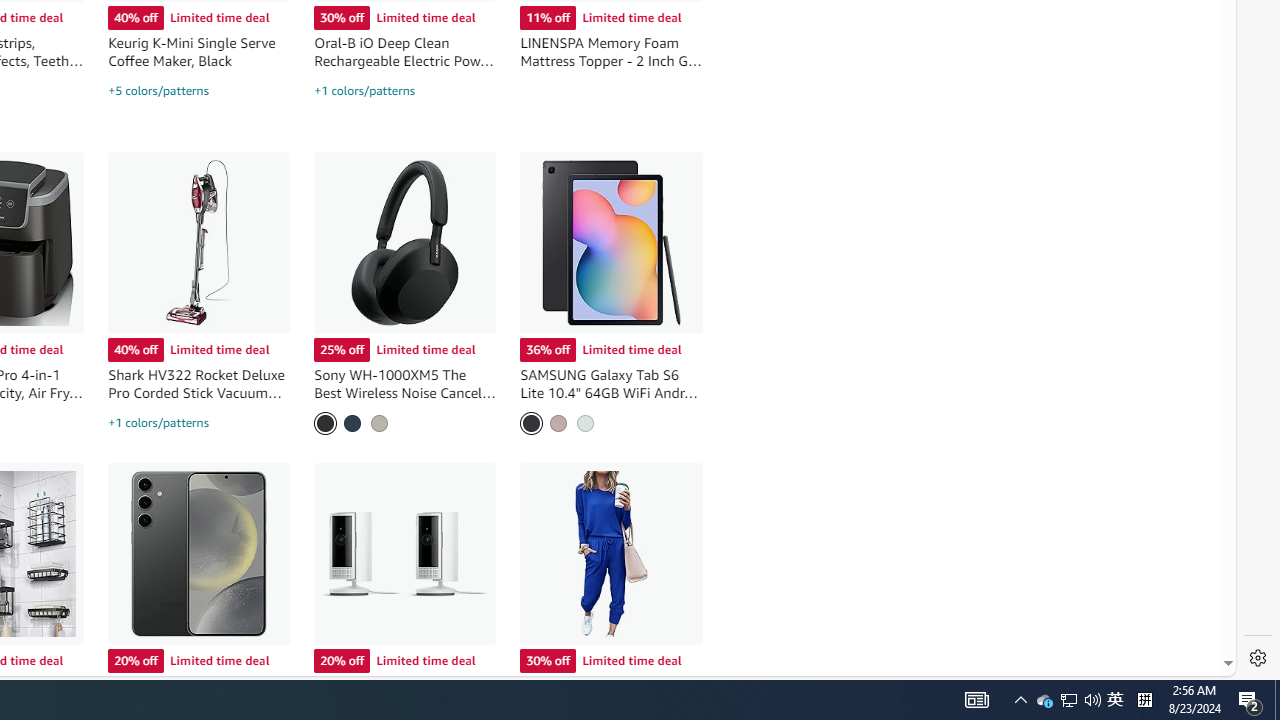 This screenshot has width=1280, height=720. Describe the element at coordinates (157, 90) in the screenshot. I see `'+5 colors/patterns'` at that location.